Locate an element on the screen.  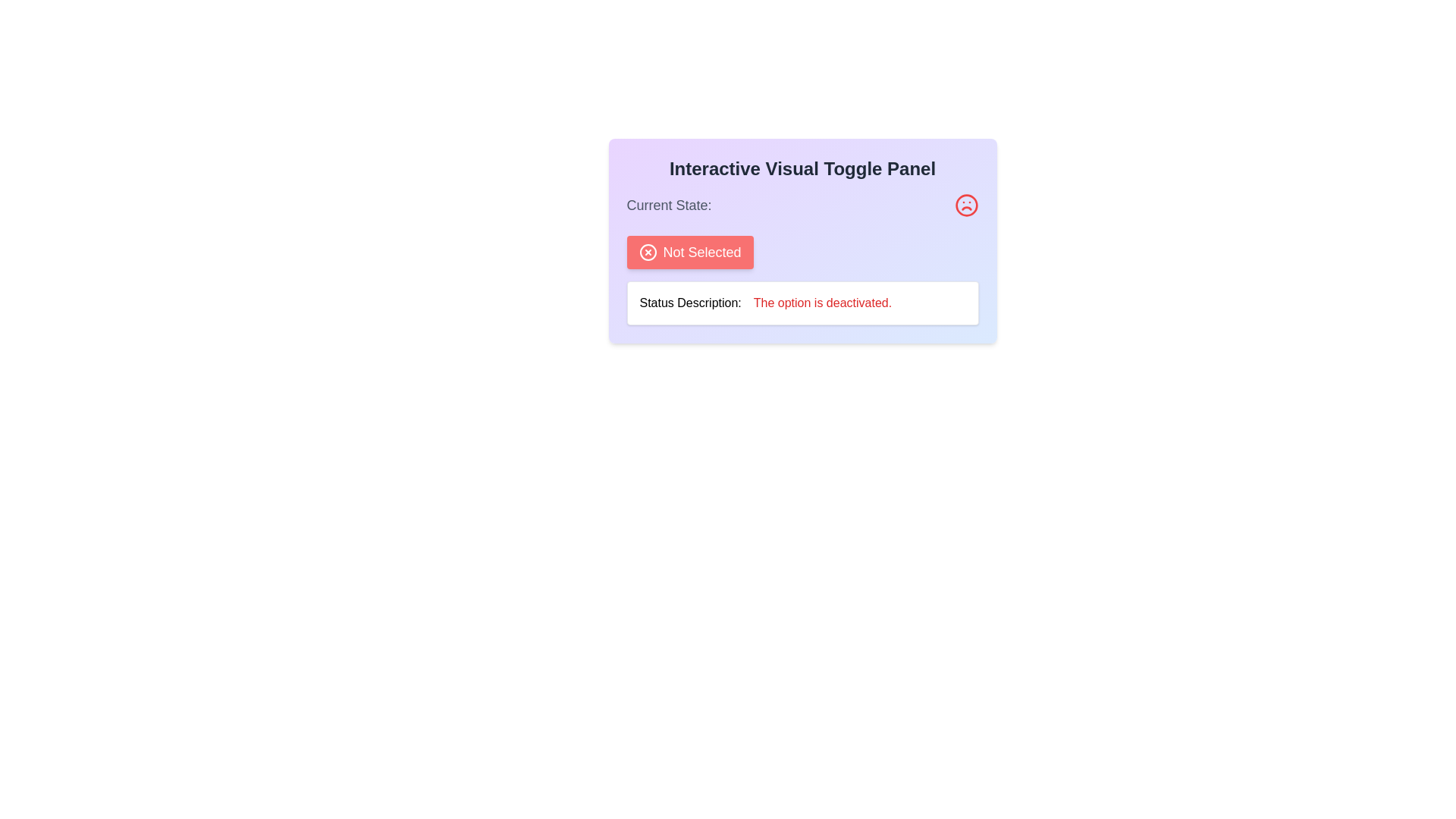
the Label that indicates the status of the option, located within the 'Interactive Visual Toggle Panel' directly below the 'Current State:' label is located at coordinates (689, 303).